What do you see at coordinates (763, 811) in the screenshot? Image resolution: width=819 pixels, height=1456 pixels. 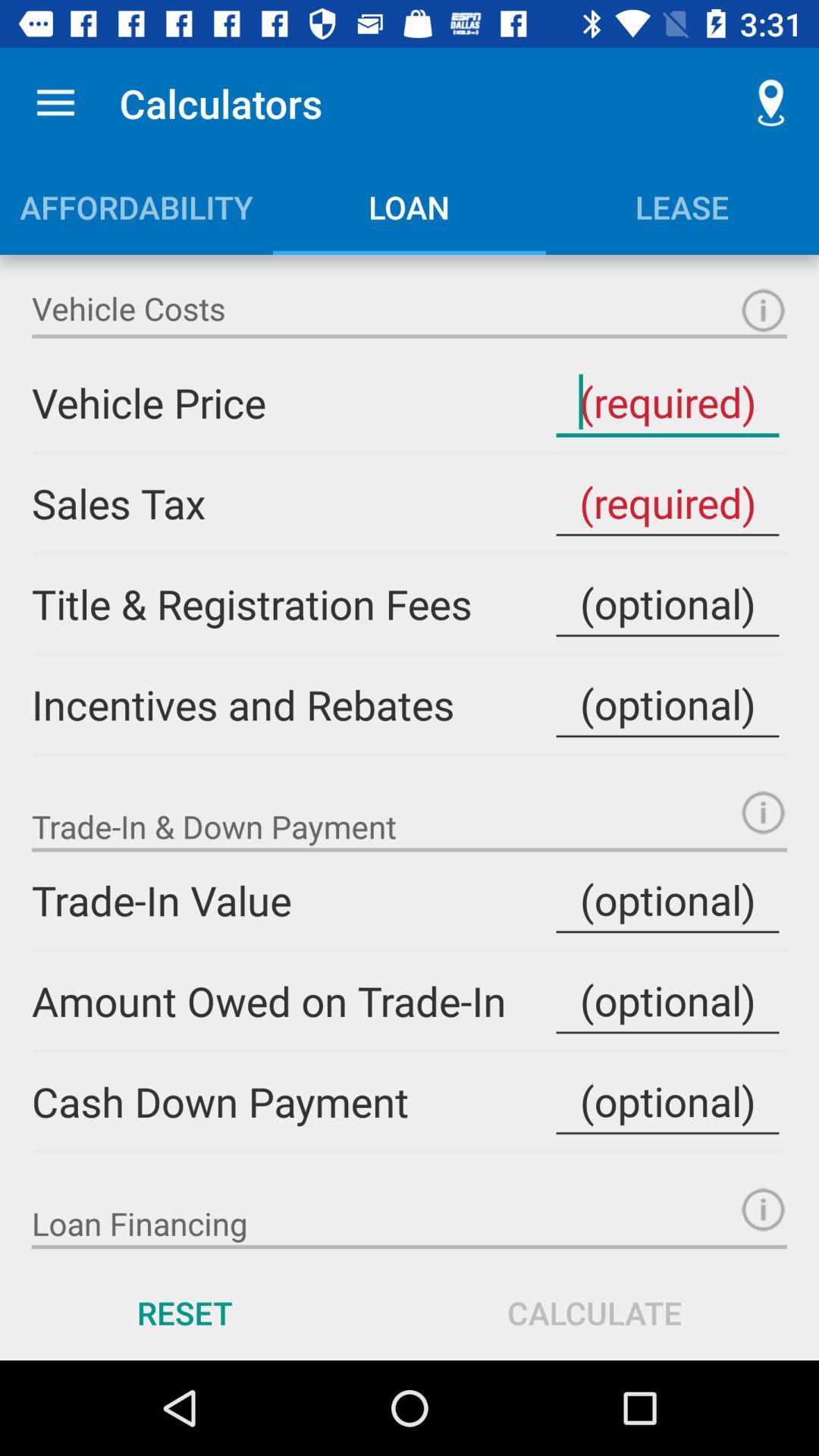 I see `more information about trade-in down payment` at bounding box center [763, 811].